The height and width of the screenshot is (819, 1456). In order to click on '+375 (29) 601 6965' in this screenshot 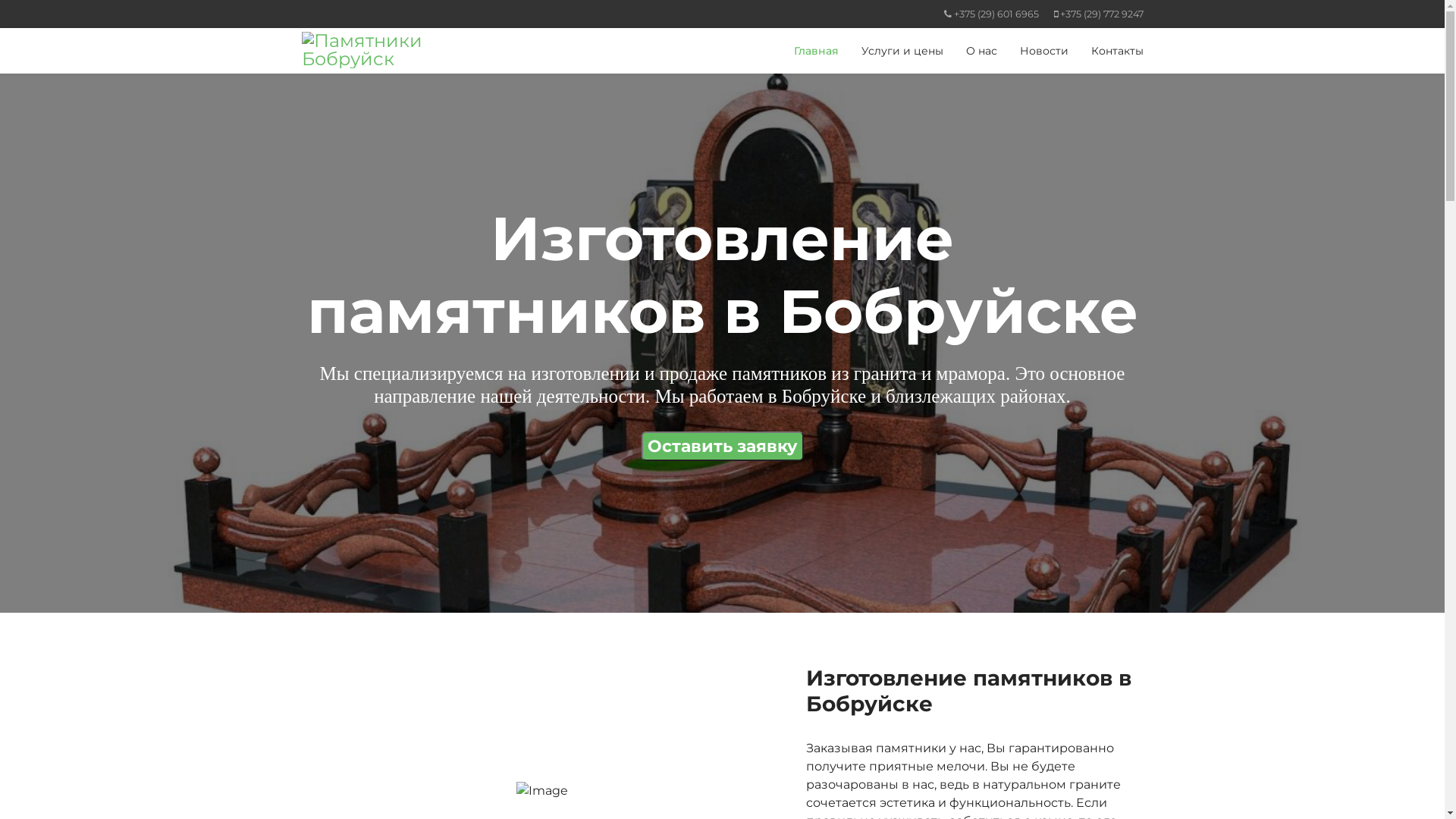, I will do `click(996, 14)`.